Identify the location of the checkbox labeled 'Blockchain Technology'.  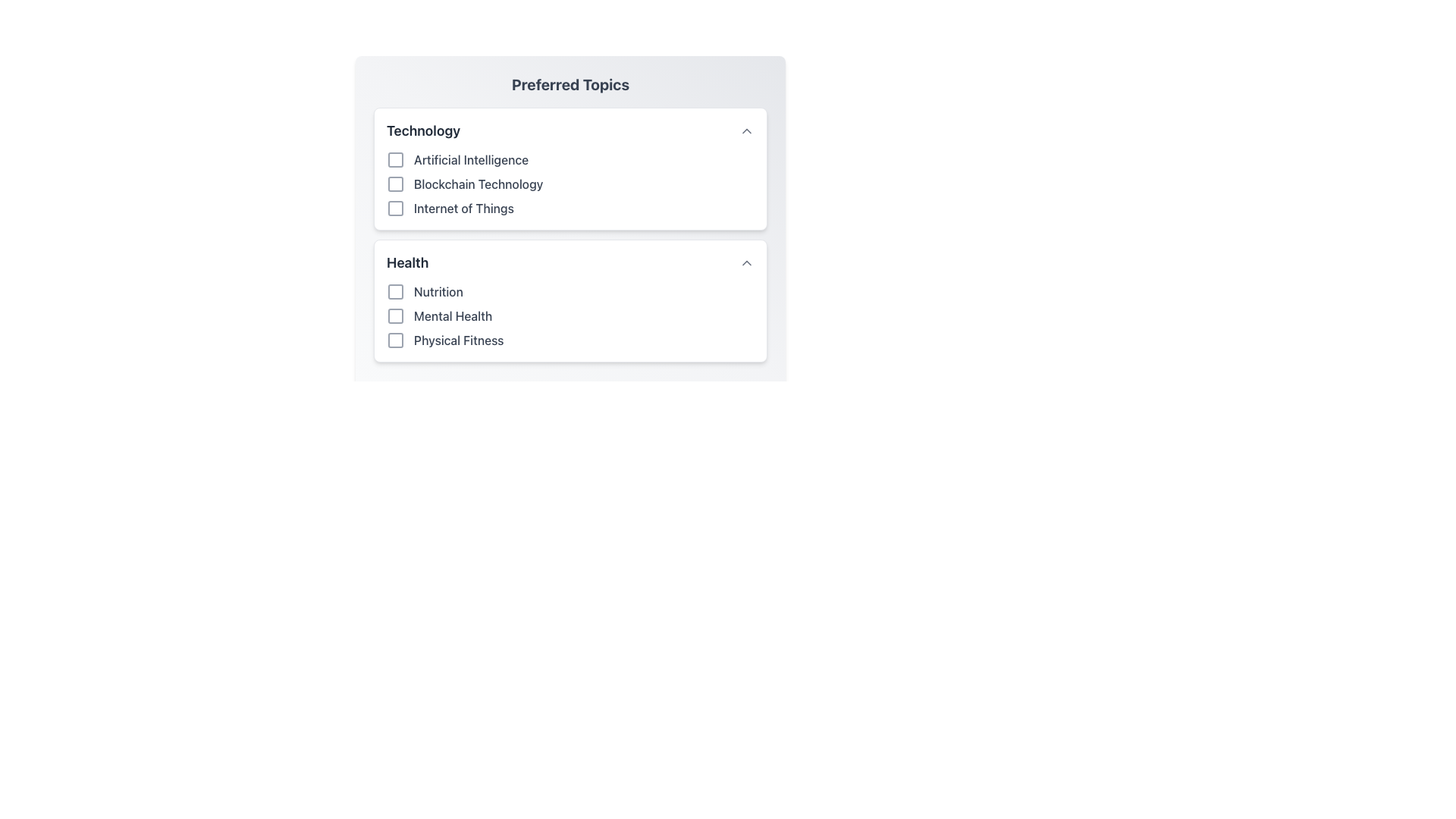
(570, 184).